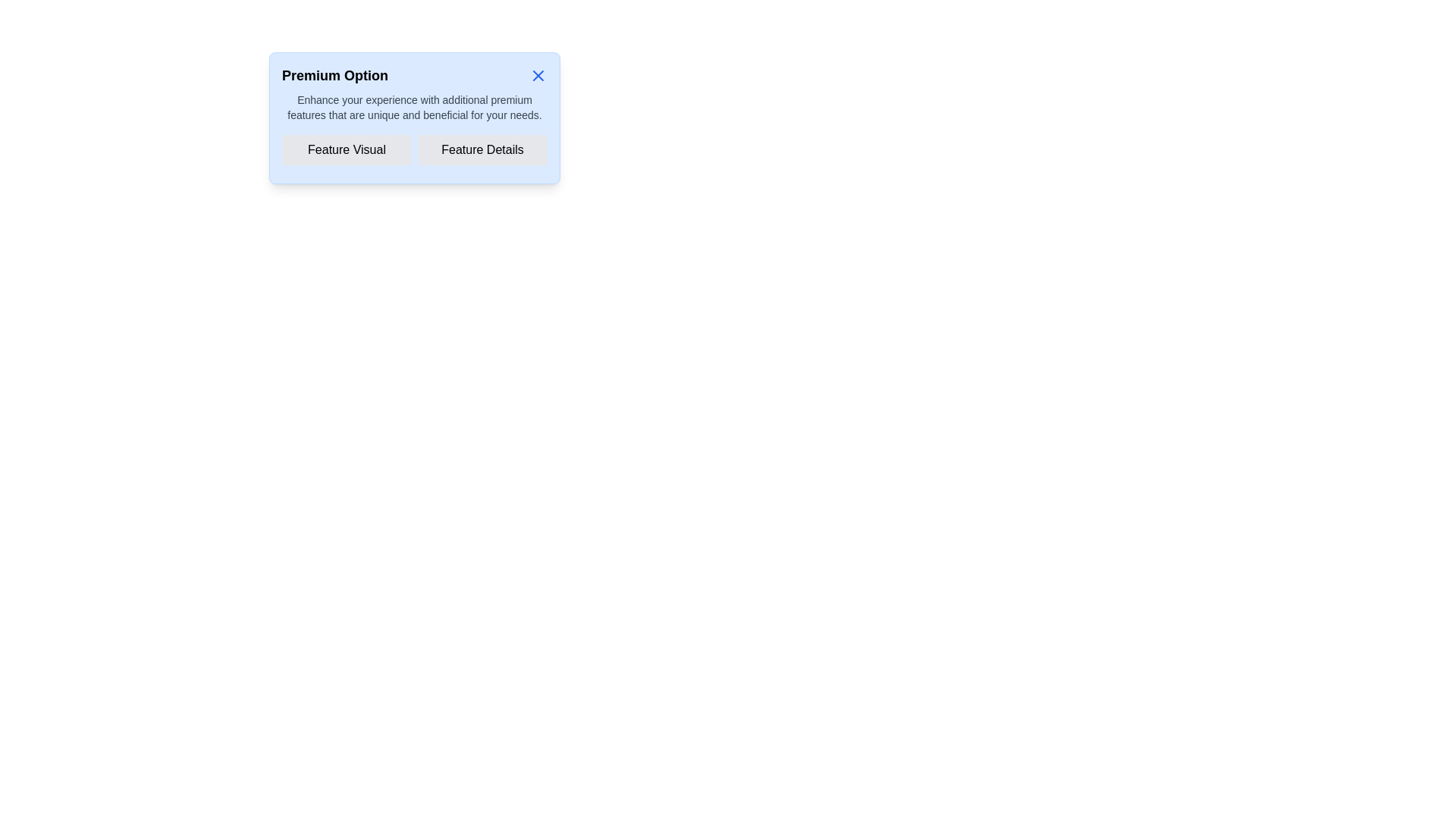 The width and height of the screenshot is (1456, 819). What do you see at coordinates (415, 107) in the screenshot?
I see `the text block containing the message 'Enhance your experience with additional premium features that are unique and beneficial for your needs.'` at bounding box center [415, 107].